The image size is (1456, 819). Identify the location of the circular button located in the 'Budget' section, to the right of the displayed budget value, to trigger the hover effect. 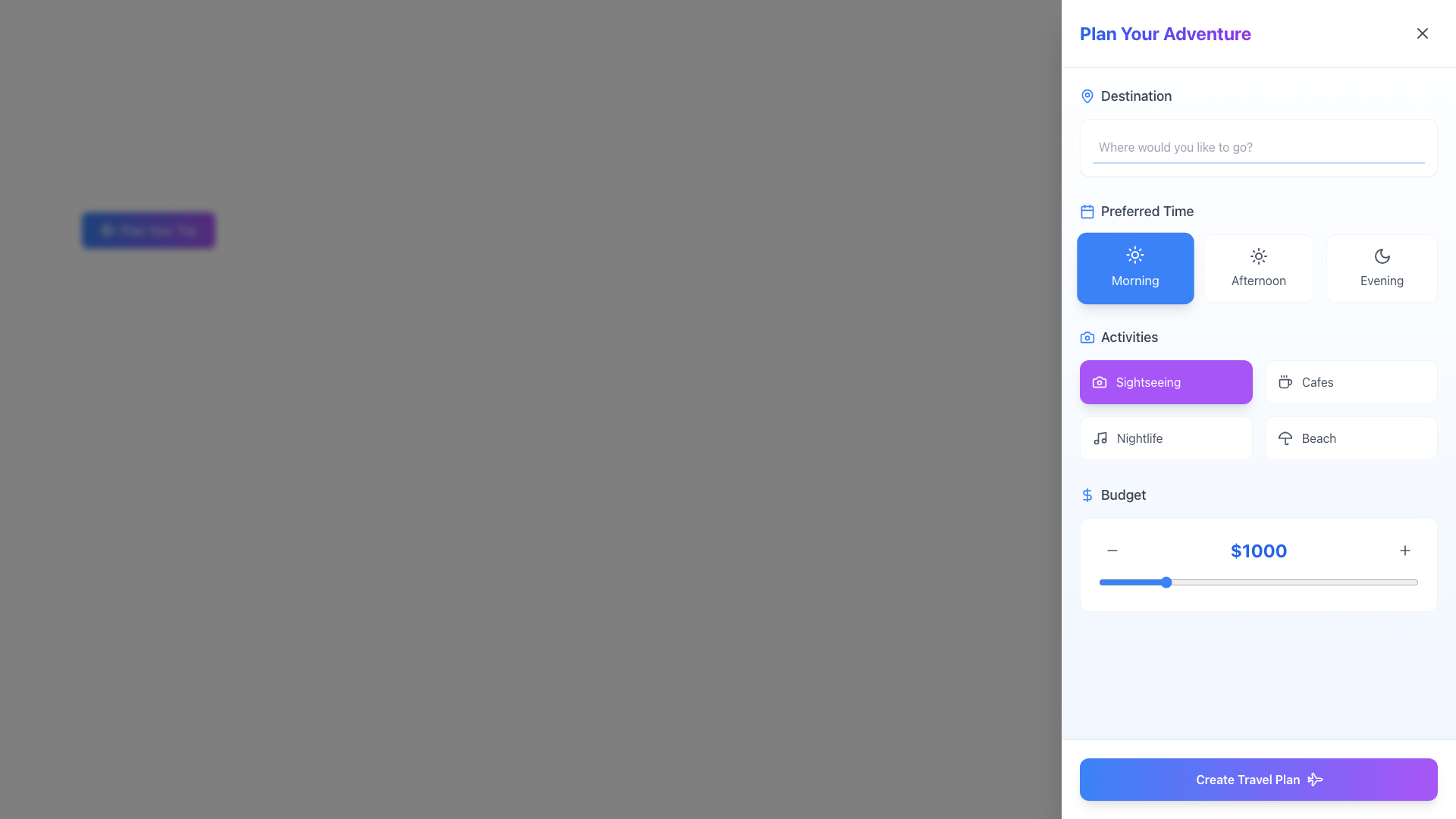
(1404, 550).